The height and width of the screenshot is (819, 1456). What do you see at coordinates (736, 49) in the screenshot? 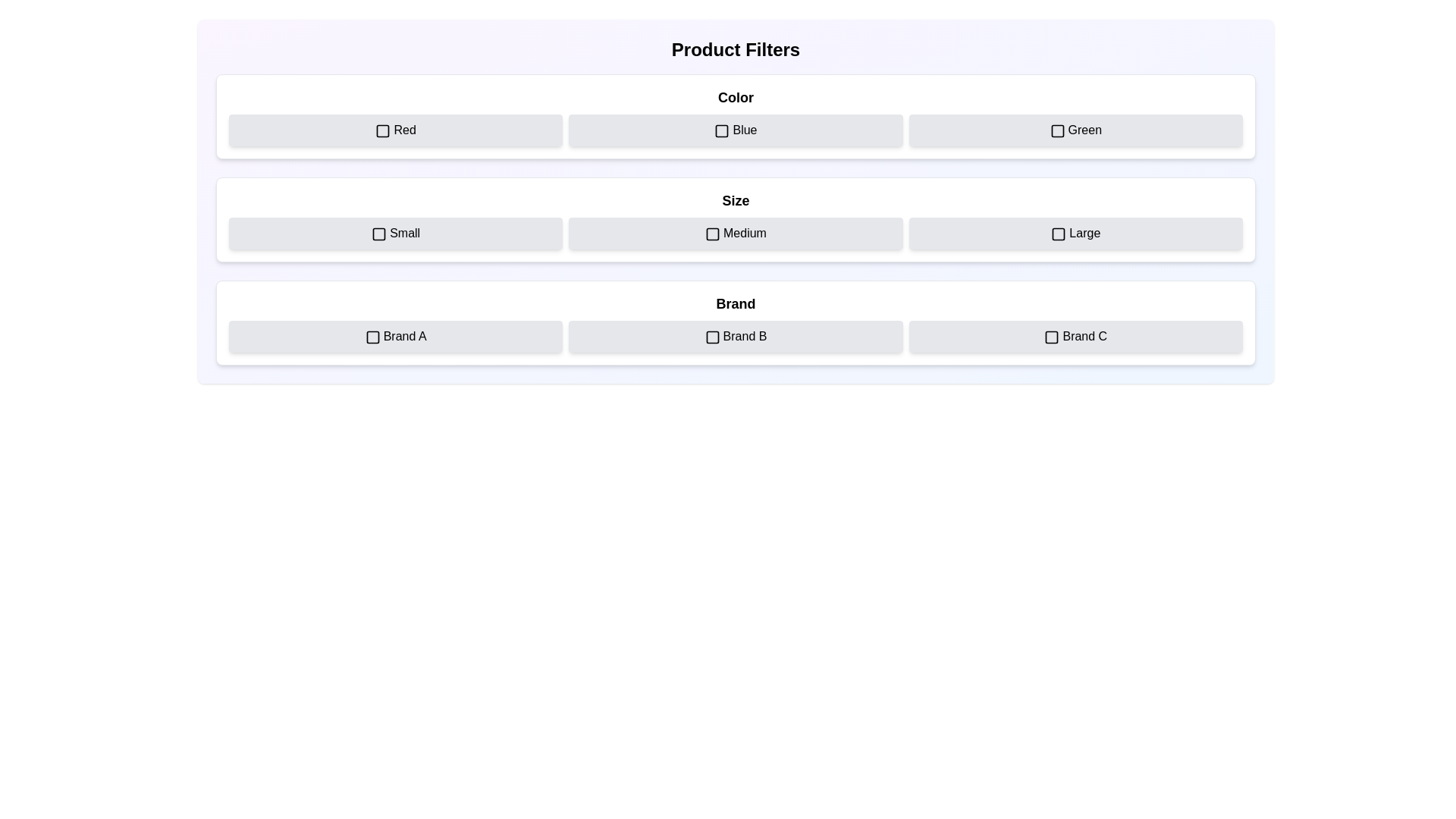
I see `the 'Product Filters' heading text, which is styled in a bold, large font and located at the top of the product selection filters section` at bounding box center [736, 49].